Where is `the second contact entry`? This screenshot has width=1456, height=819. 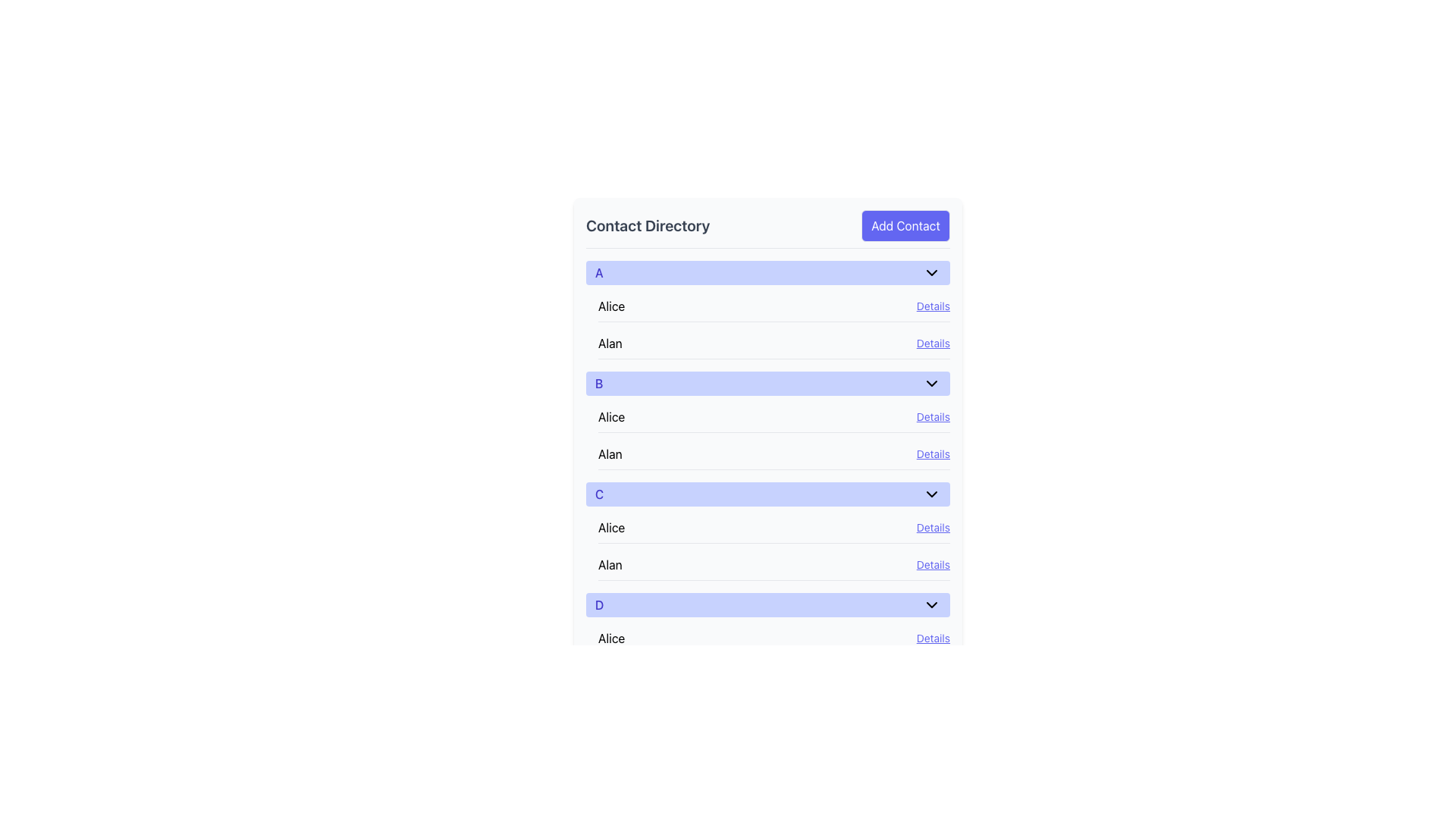 the second contact entry is located at coordinates (774, 343).